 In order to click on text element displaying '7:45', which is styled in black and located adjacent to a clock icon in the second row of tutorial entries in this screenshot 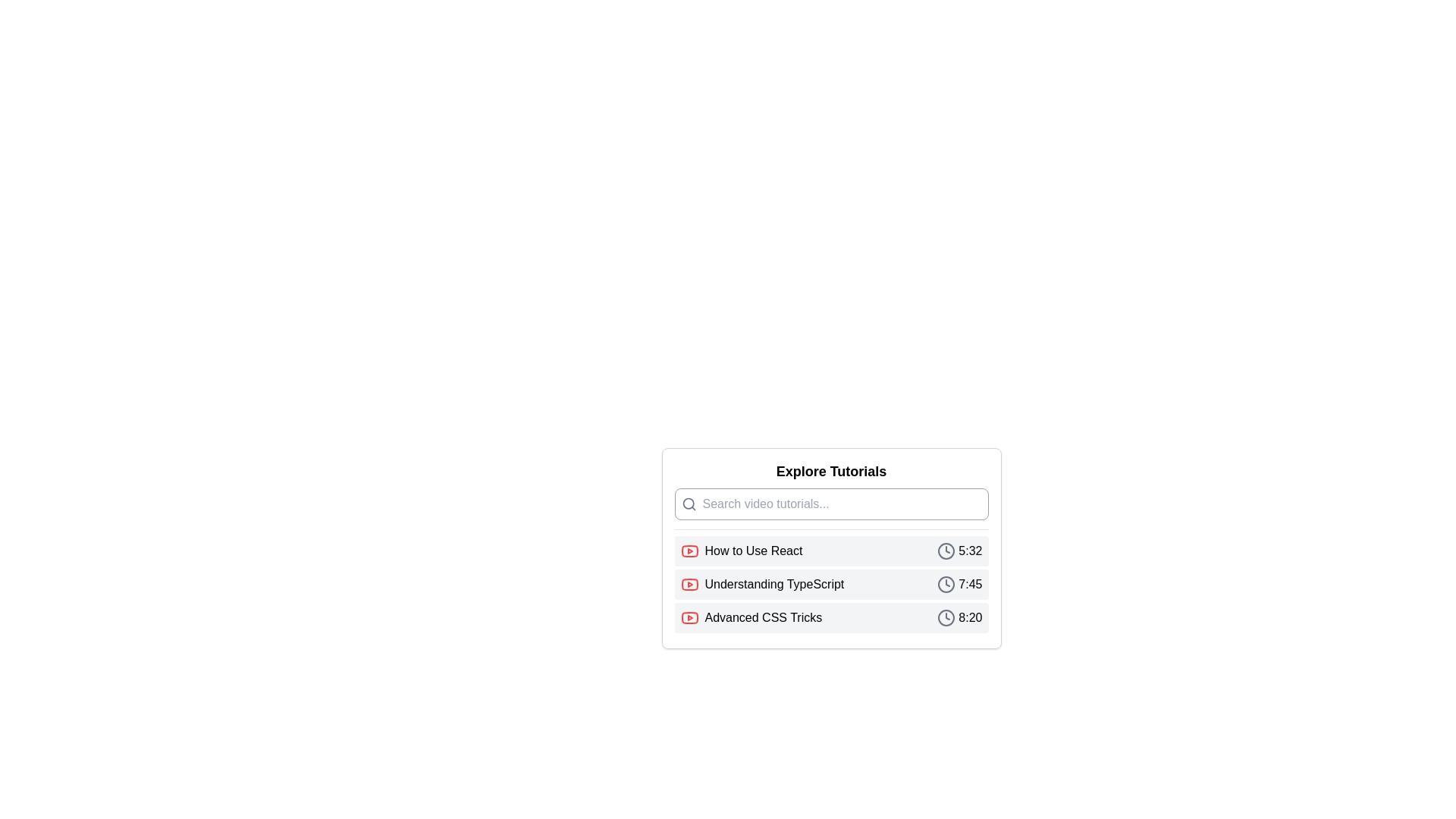, I will do `click(969, 584)`.